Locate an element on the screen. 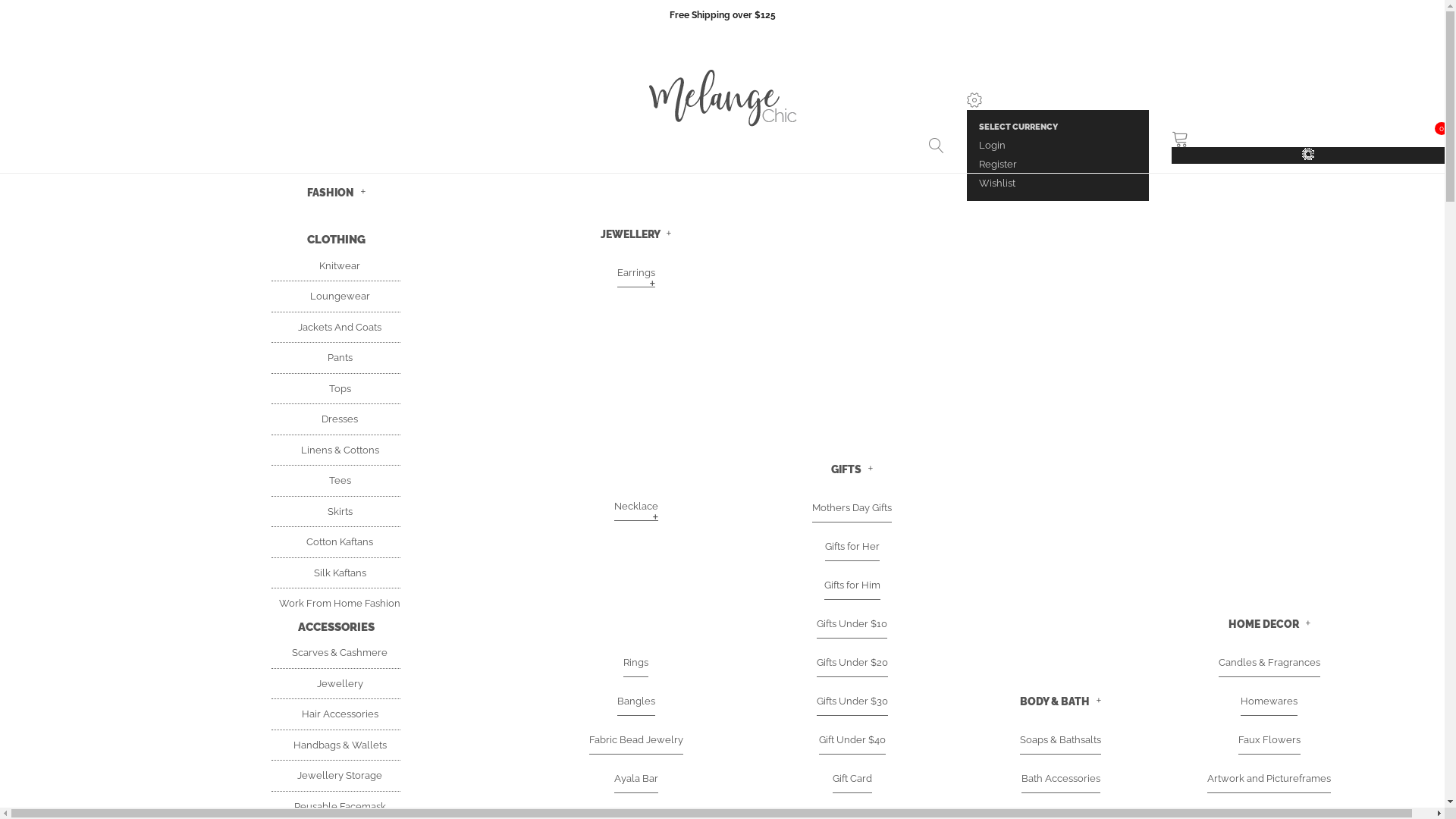  'Rings' is located at coordinates (623, 662).